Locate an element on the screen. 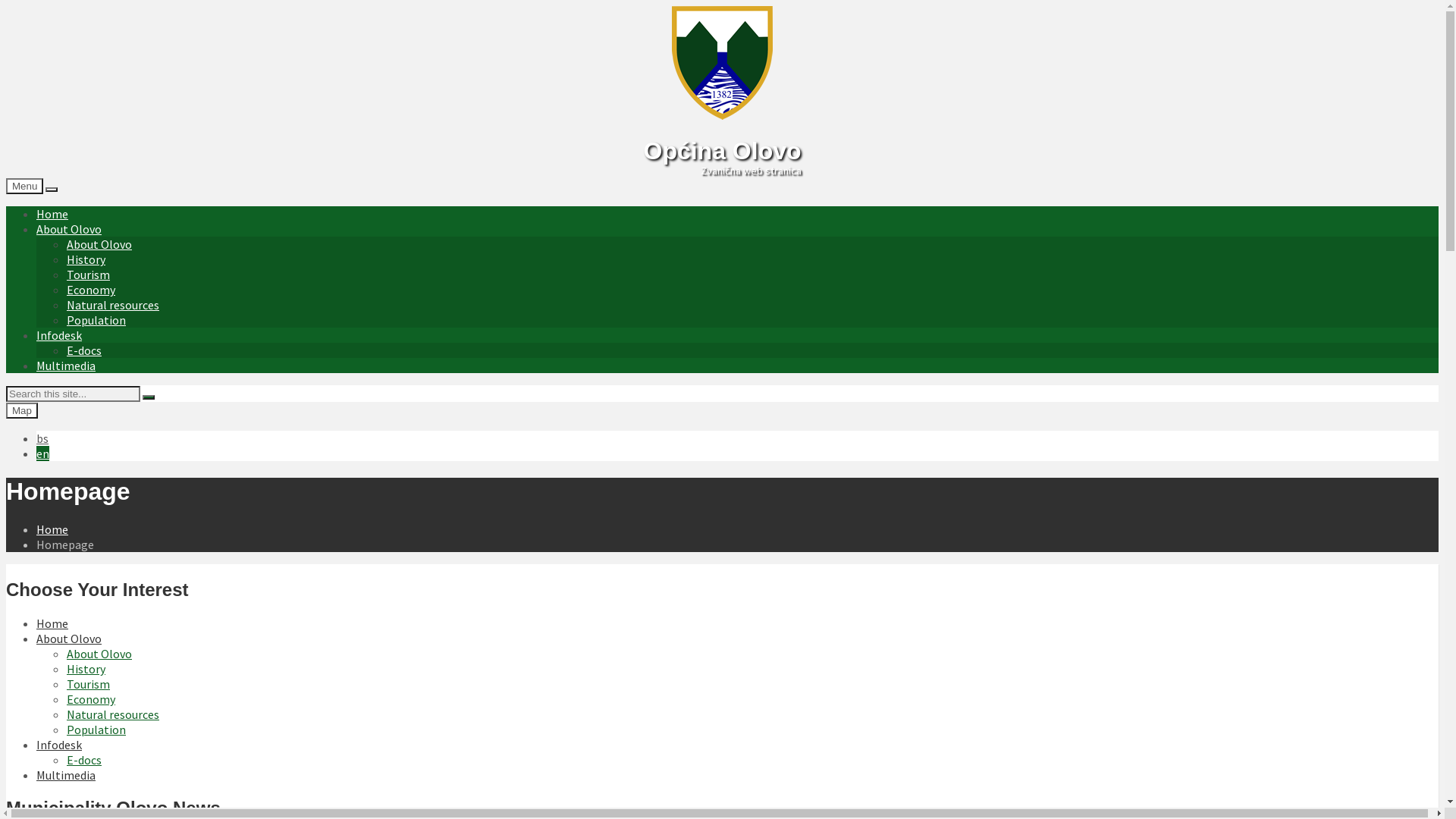 This screenshot has width=1456, height=819. 'Multimedia' is located at coordinates (64, 366).